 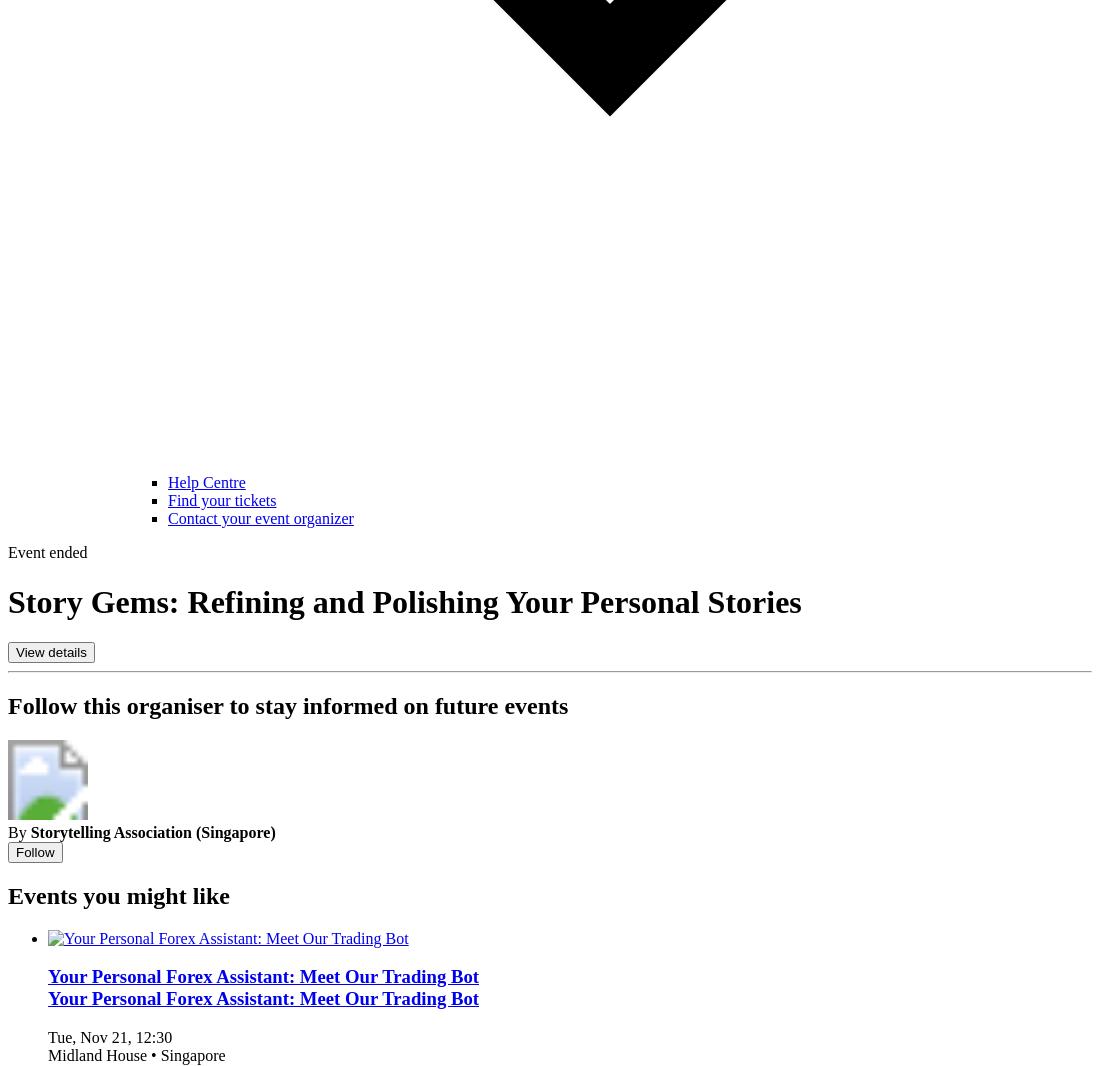 I want to click on 'Help Centre', so click(x=205, y=482).